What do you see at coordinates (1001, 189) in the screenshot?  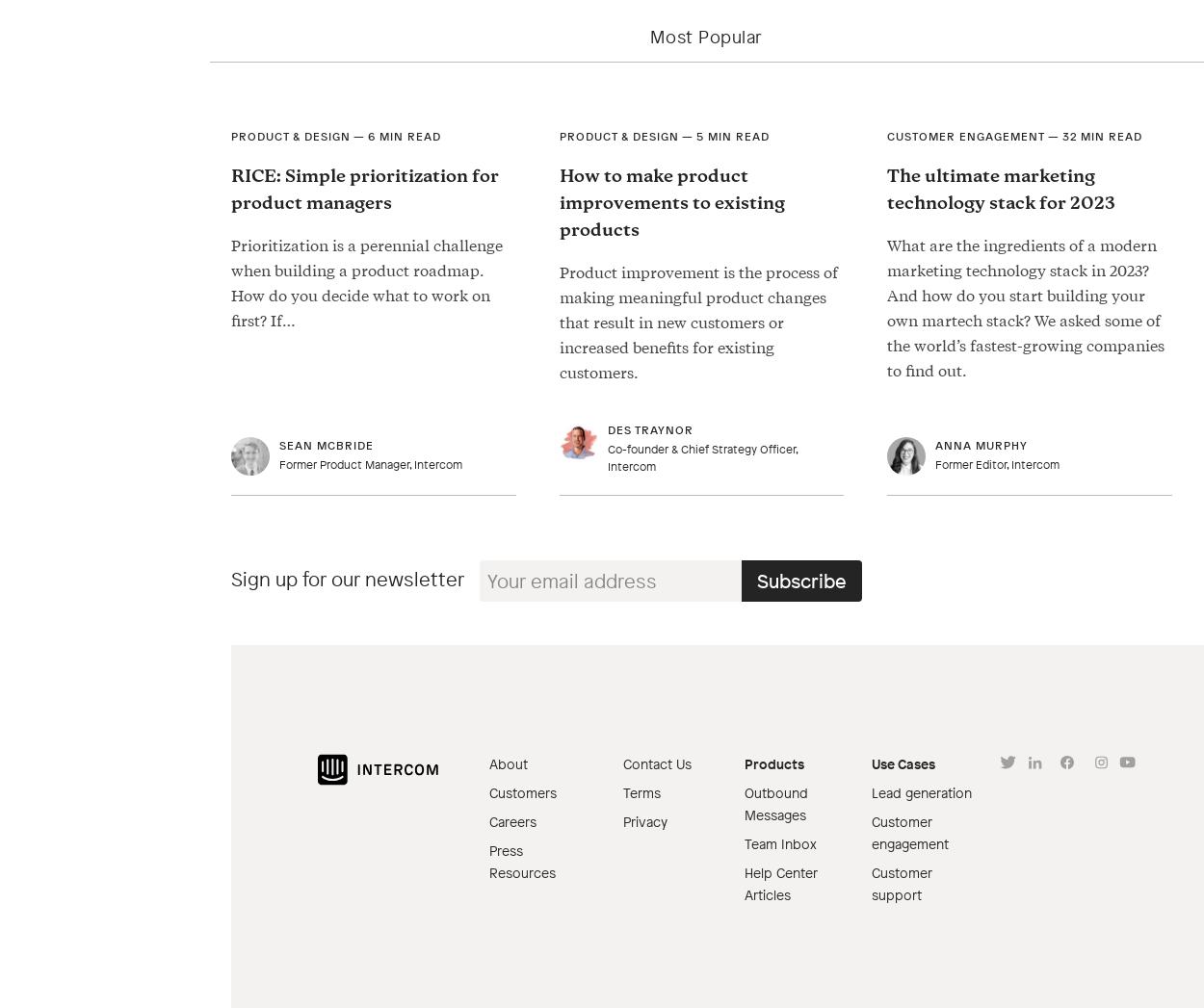 I see `'The ultimate marketing technology stack for 2023'` at bounding box center [1001, 189].